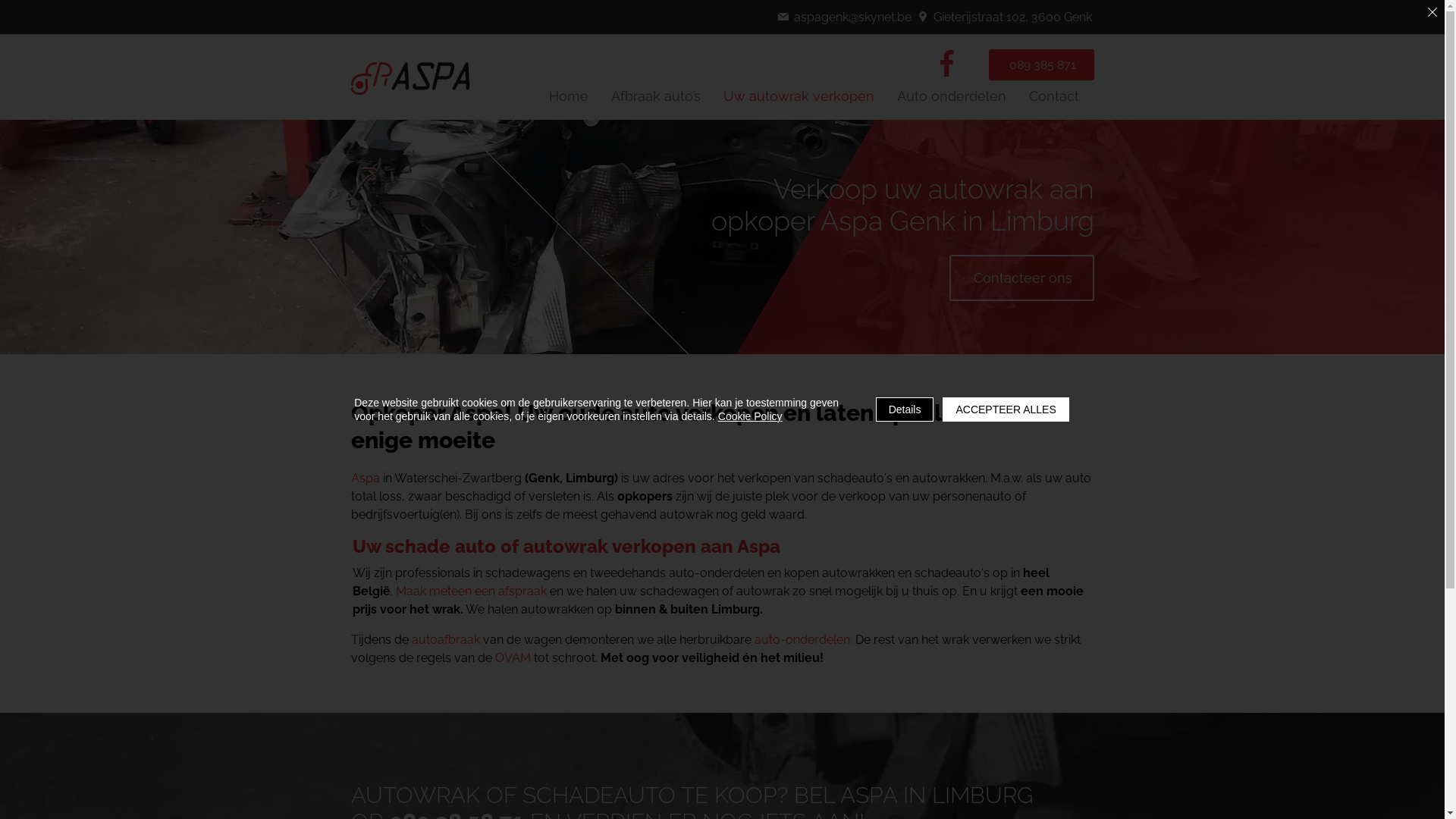 The width and height of the screenshot is (1456, 819). What do you see at coordinates (1005, 409) in the screenshot?
I see `'ACCEPTEER ALLES'` at bounding box center [1005, 409].